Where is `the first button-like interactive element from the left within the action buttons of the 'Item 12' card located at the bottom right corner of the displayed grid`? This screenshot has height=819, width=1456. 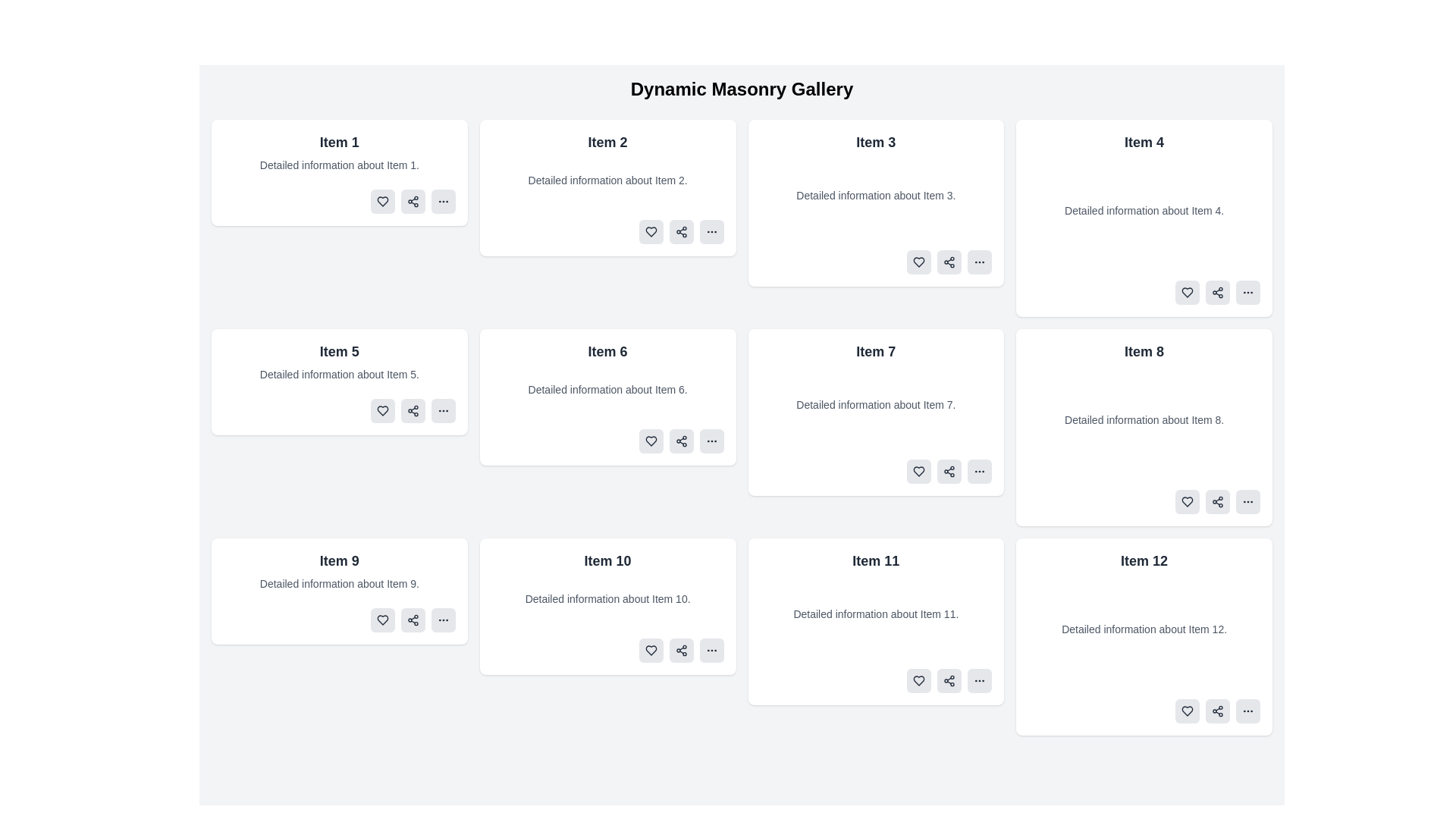 the first button-like interactive element from the left within the action buttons of the 'Item 12' card located at the bottom right corner of the displayed grid is located at coordinates (1186, 711).